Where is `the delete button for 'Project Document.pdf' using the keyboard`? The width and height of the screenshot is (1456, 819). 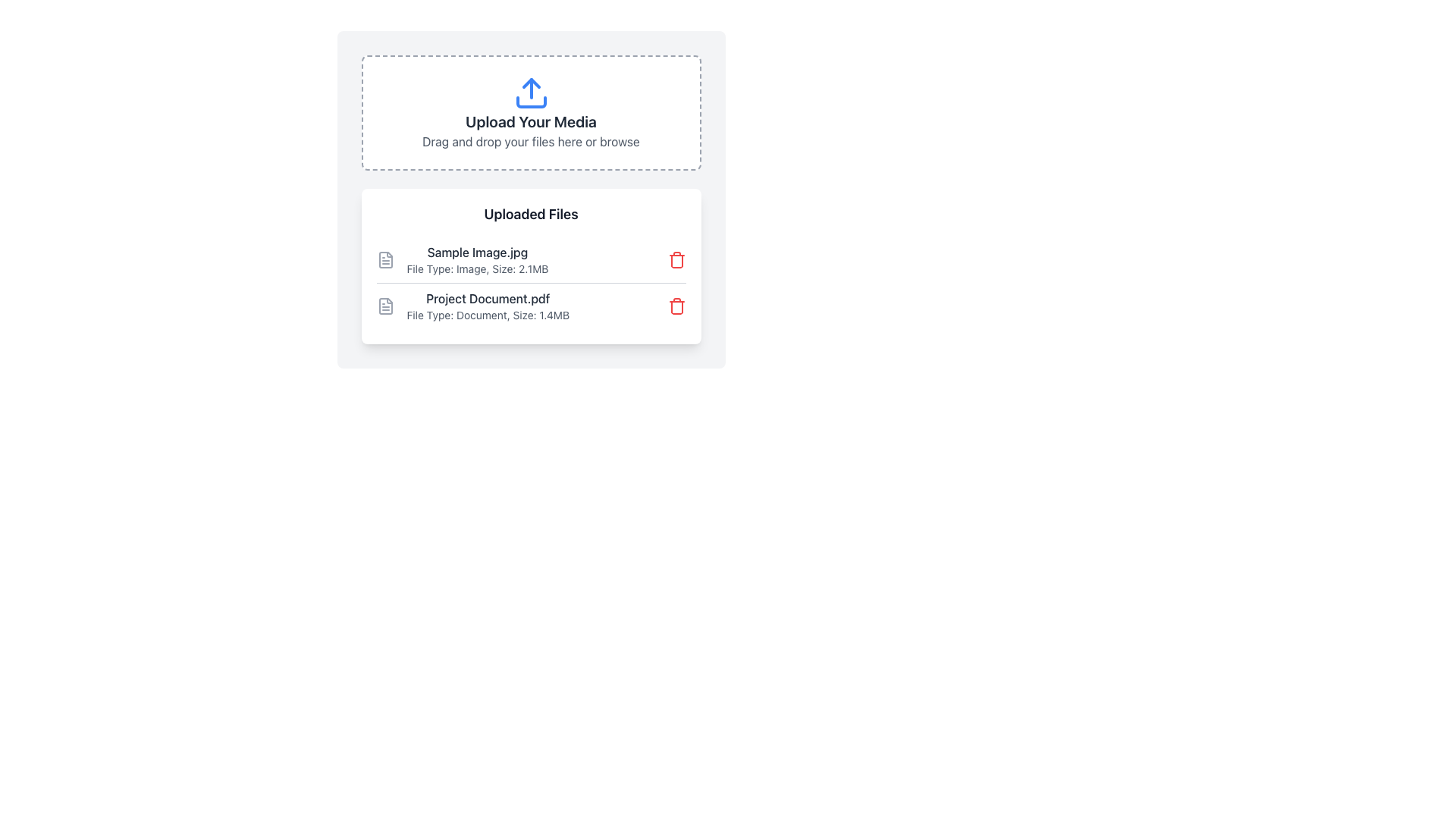 the delete button for 'Project Document.pdf' using the keyboard is located at coordinates (676, 306).